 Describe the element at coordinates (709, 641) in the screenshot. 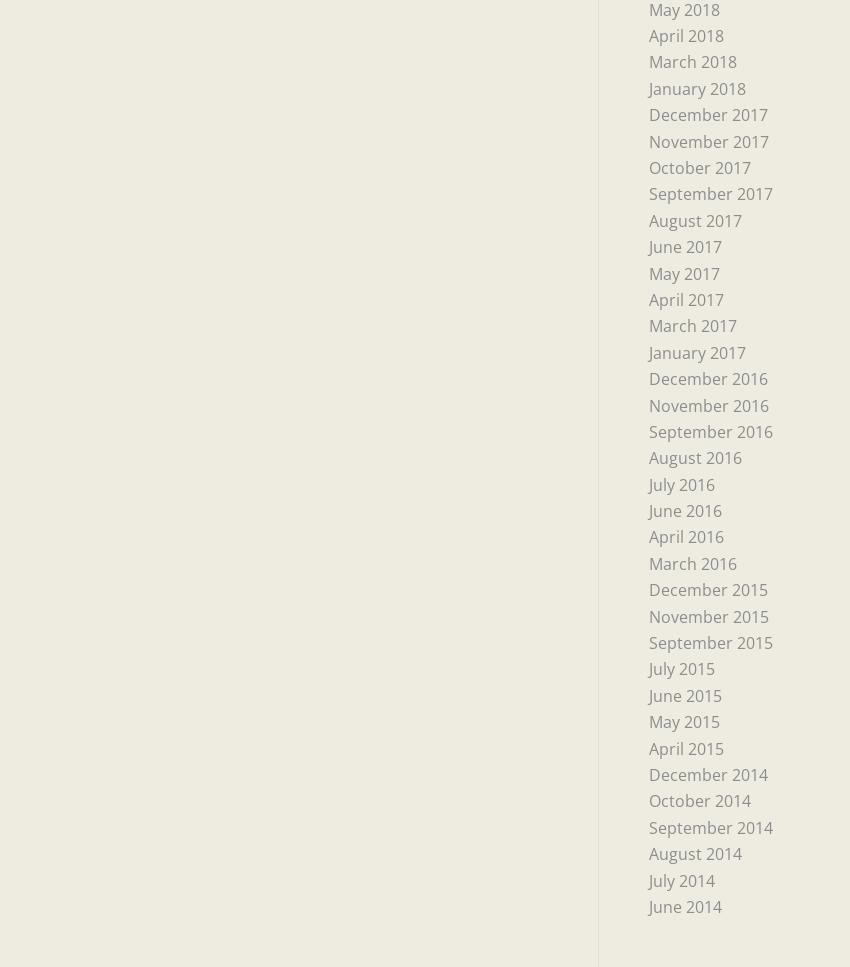

I see `'September 2015'` at that location.